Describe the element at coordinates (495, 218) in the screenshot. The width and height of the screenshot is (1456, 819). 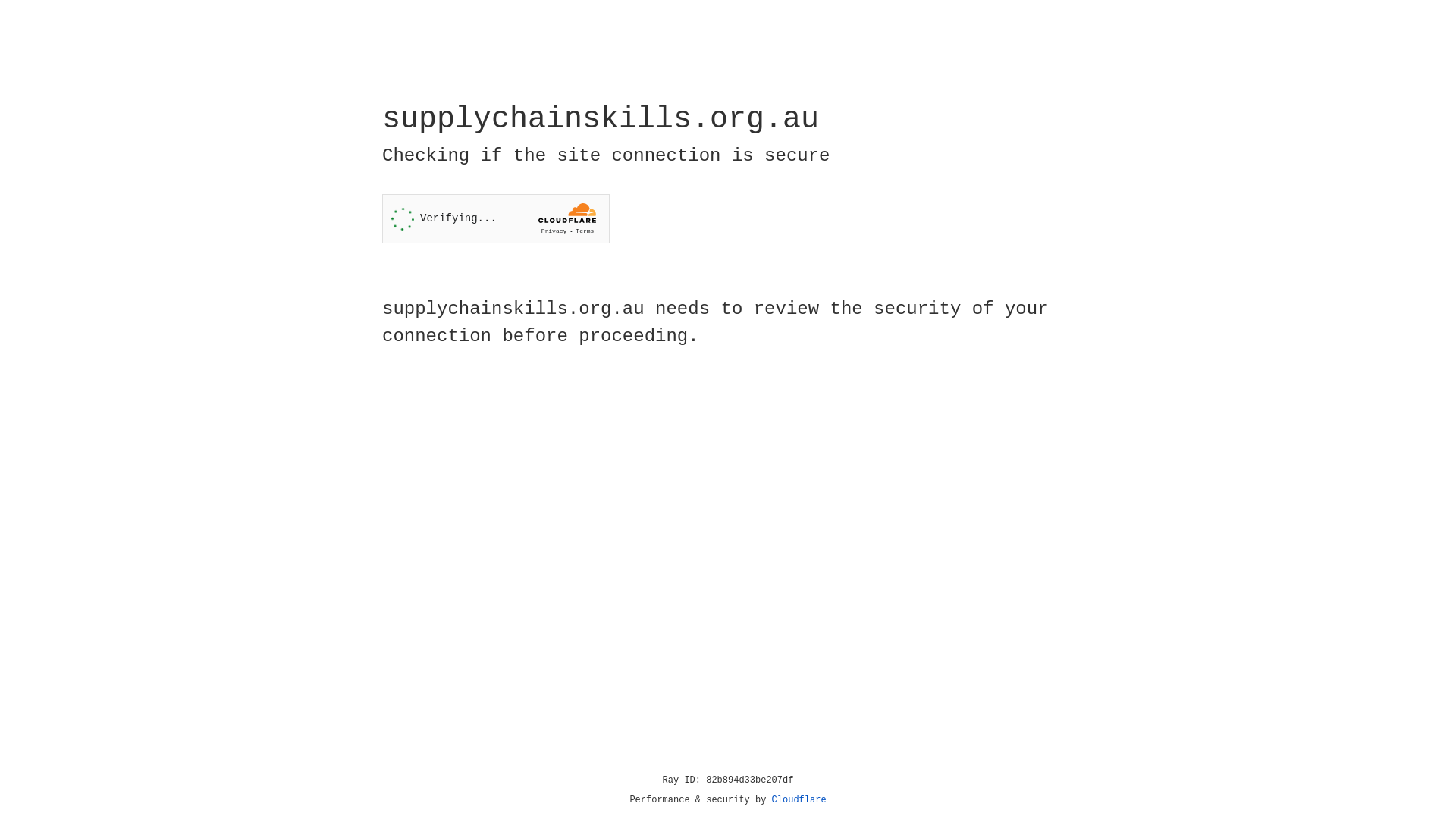
I see `'Widget containing a Cloudflare security challenge'` at that location.